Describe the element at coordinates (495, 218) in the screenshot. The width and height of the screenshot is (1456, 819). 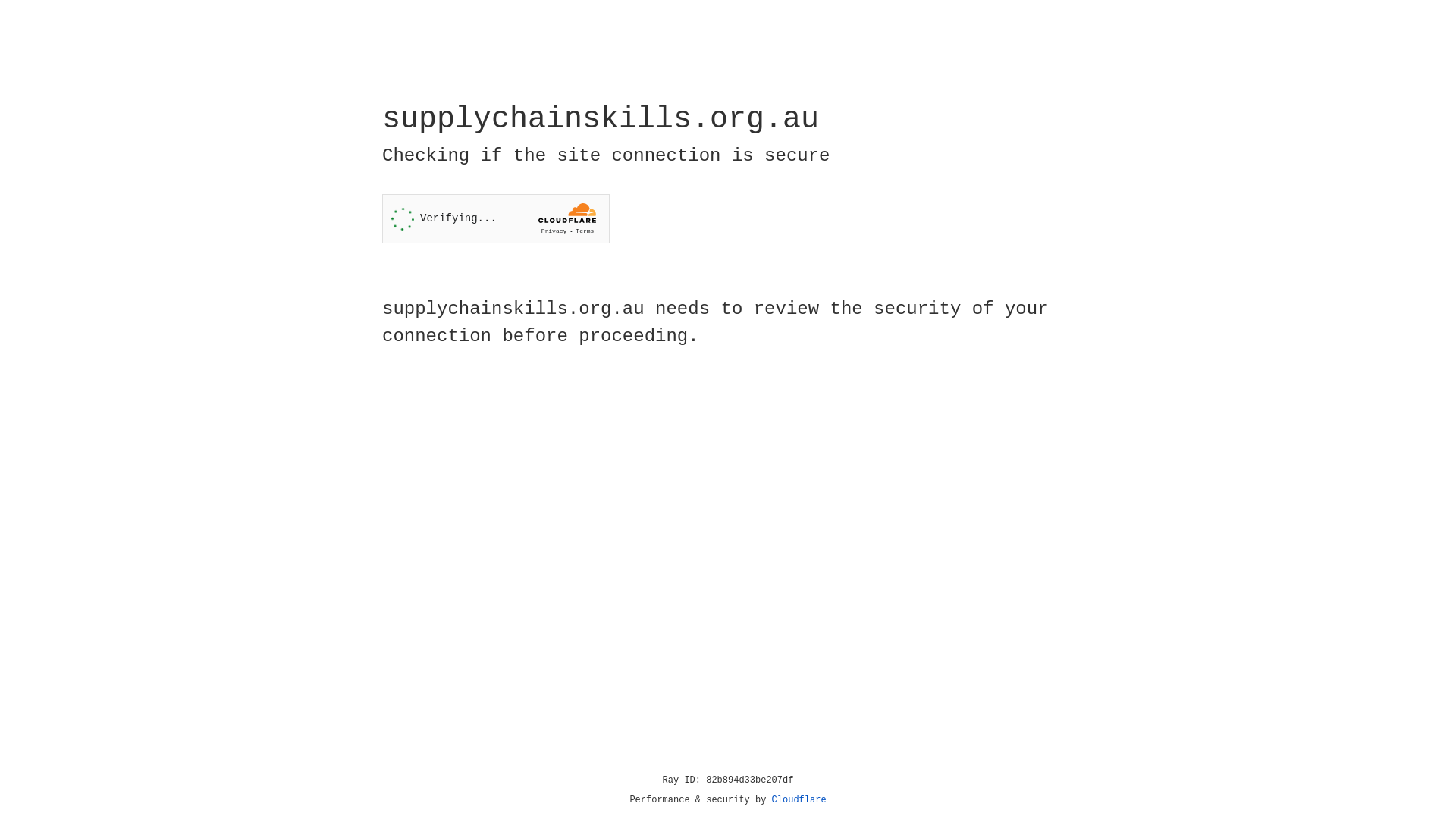
I see `'Widget containing a Cloudflare security challenge'` at that location.